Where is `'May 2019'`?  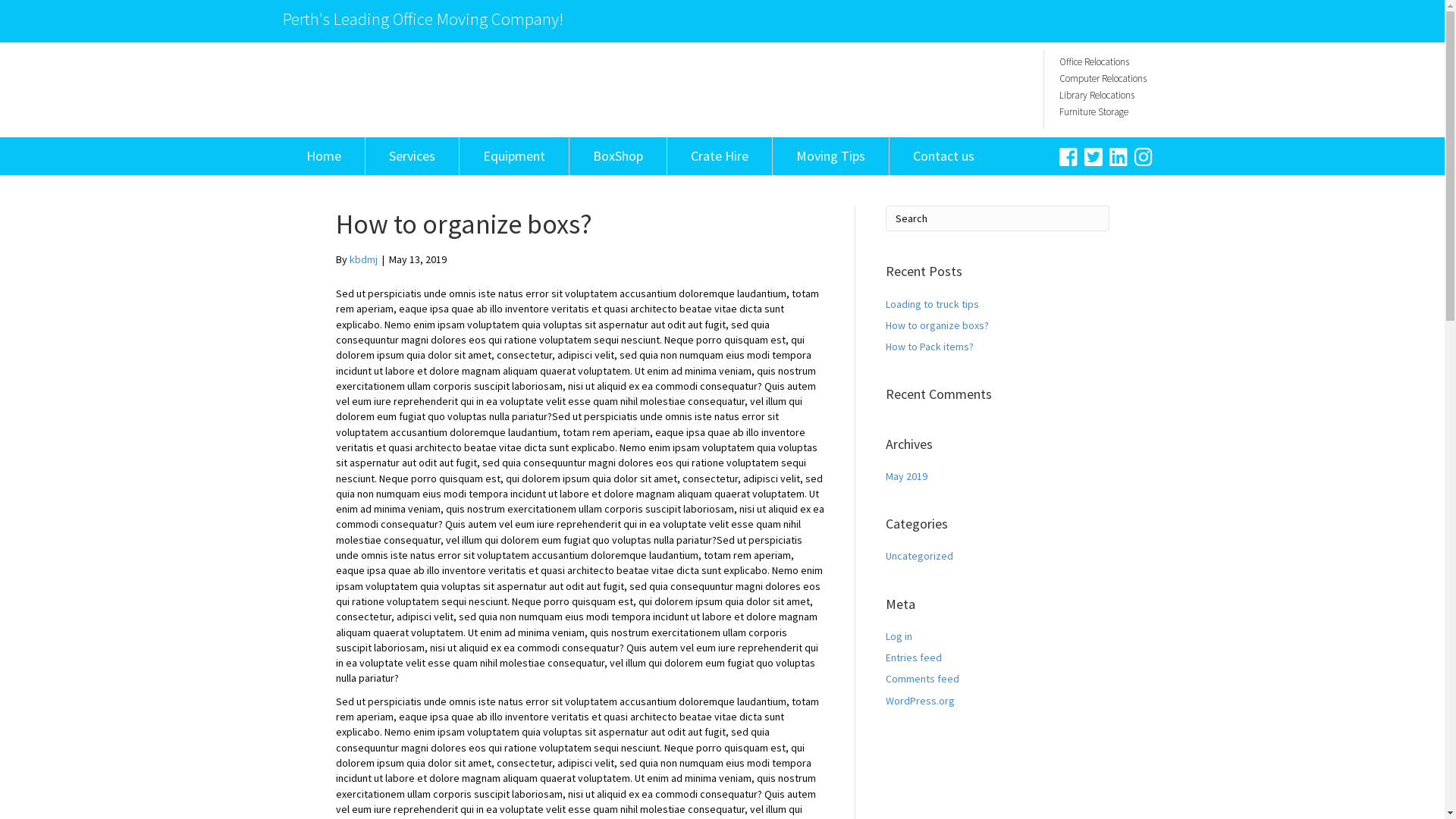
'May 2019' is located at coordinates (906, 475).